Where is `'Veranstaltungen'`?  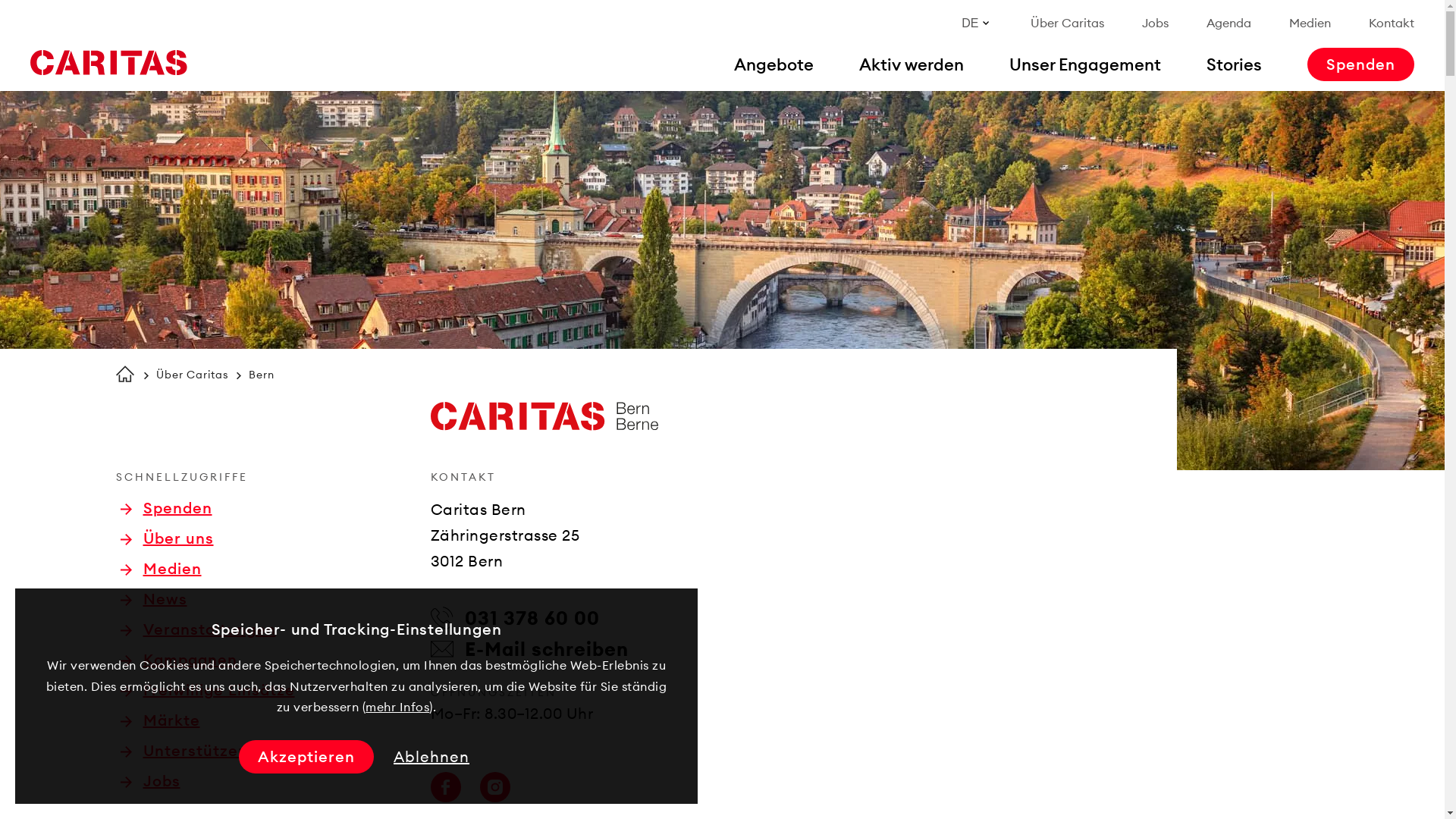 'Veranstaltungen' is located at coordinates (196, 629).